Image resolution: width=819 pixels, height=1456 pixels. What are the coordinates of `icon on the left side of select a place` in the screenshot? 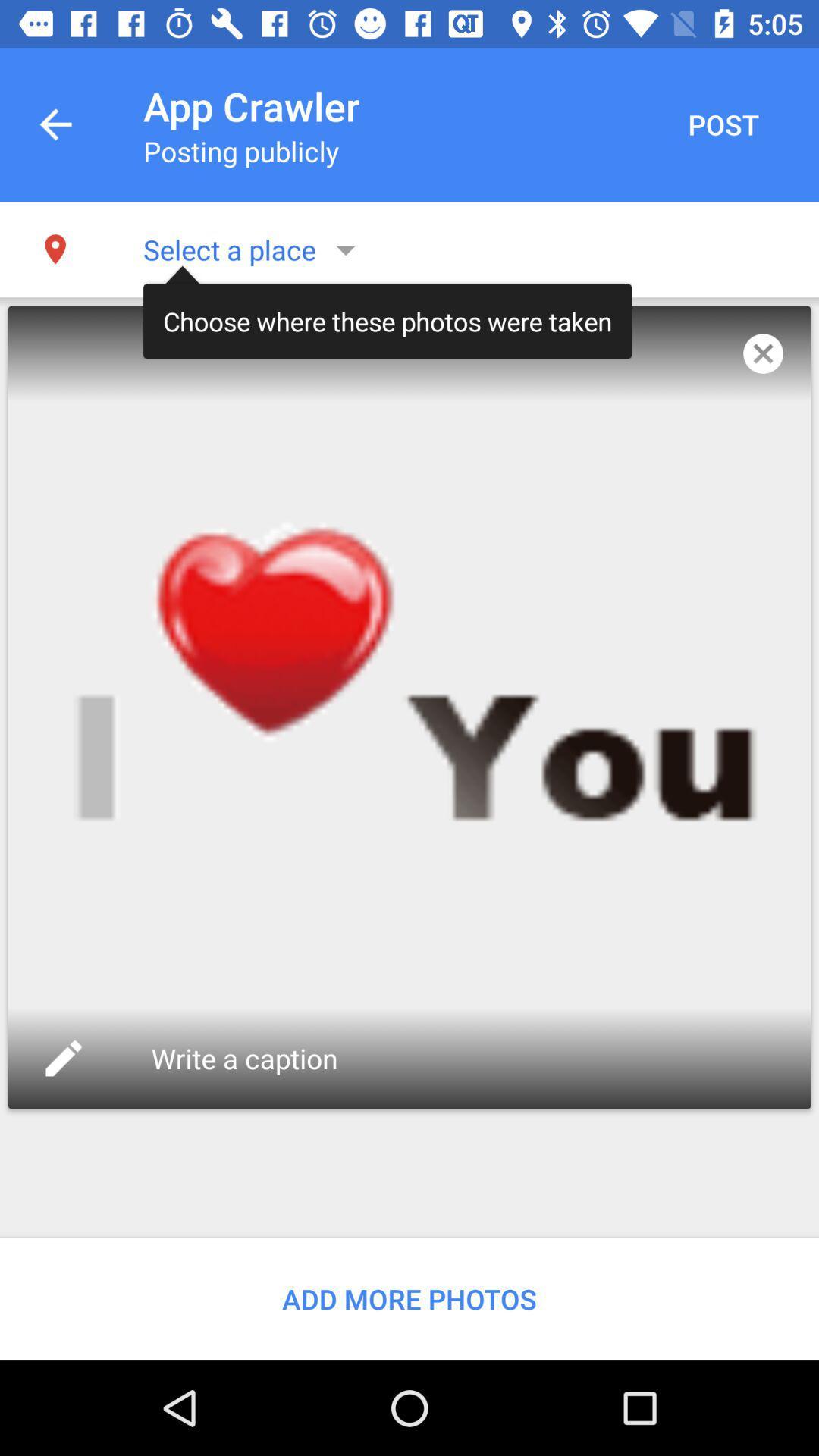 It's located at (55, 249).